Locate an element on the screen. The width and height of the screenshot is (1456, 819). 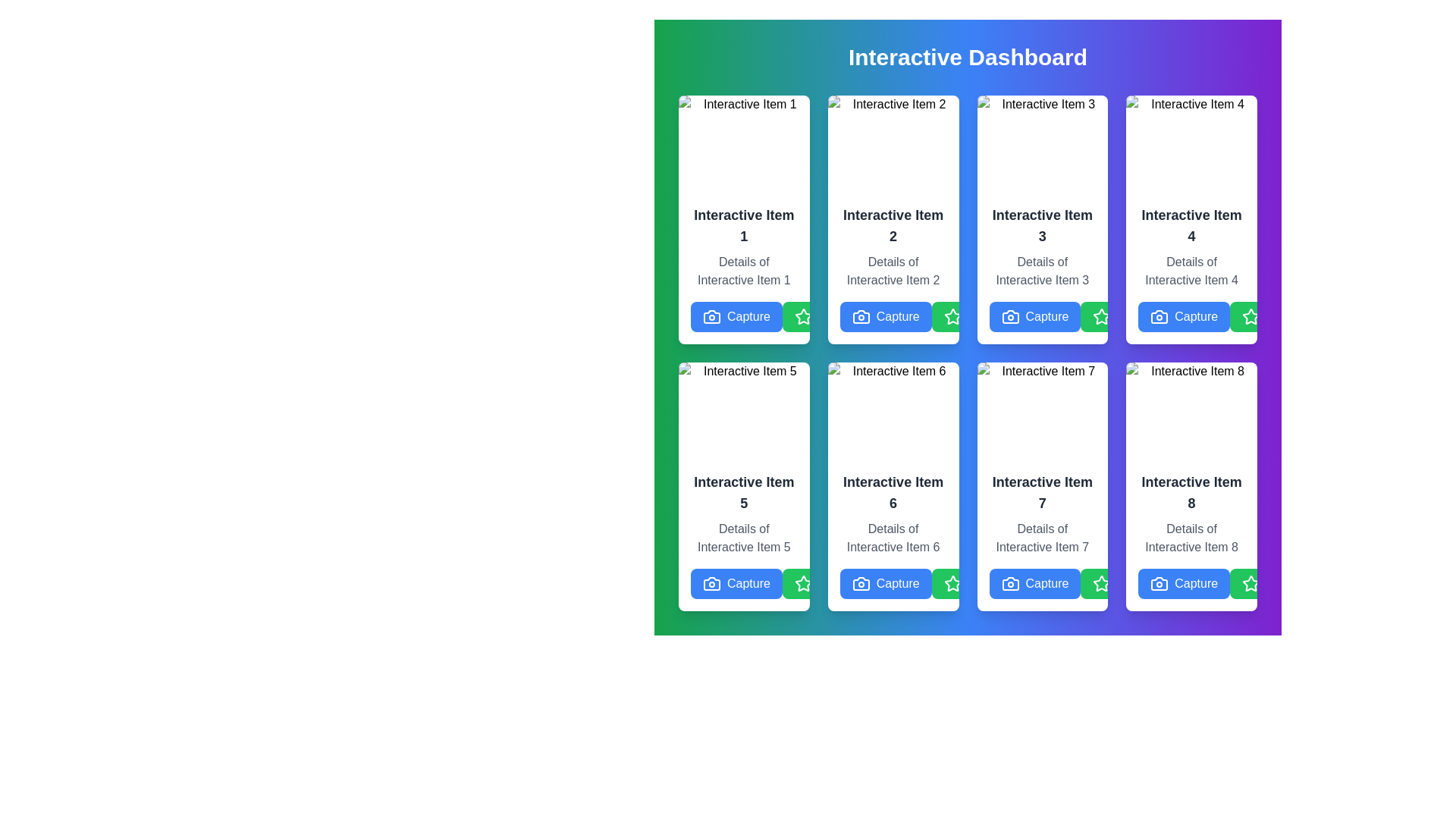
the 'Favorite' button located below 'Interactive Item 4' and to the right of the 'Capture' button is located at coordinates (1127, 315).